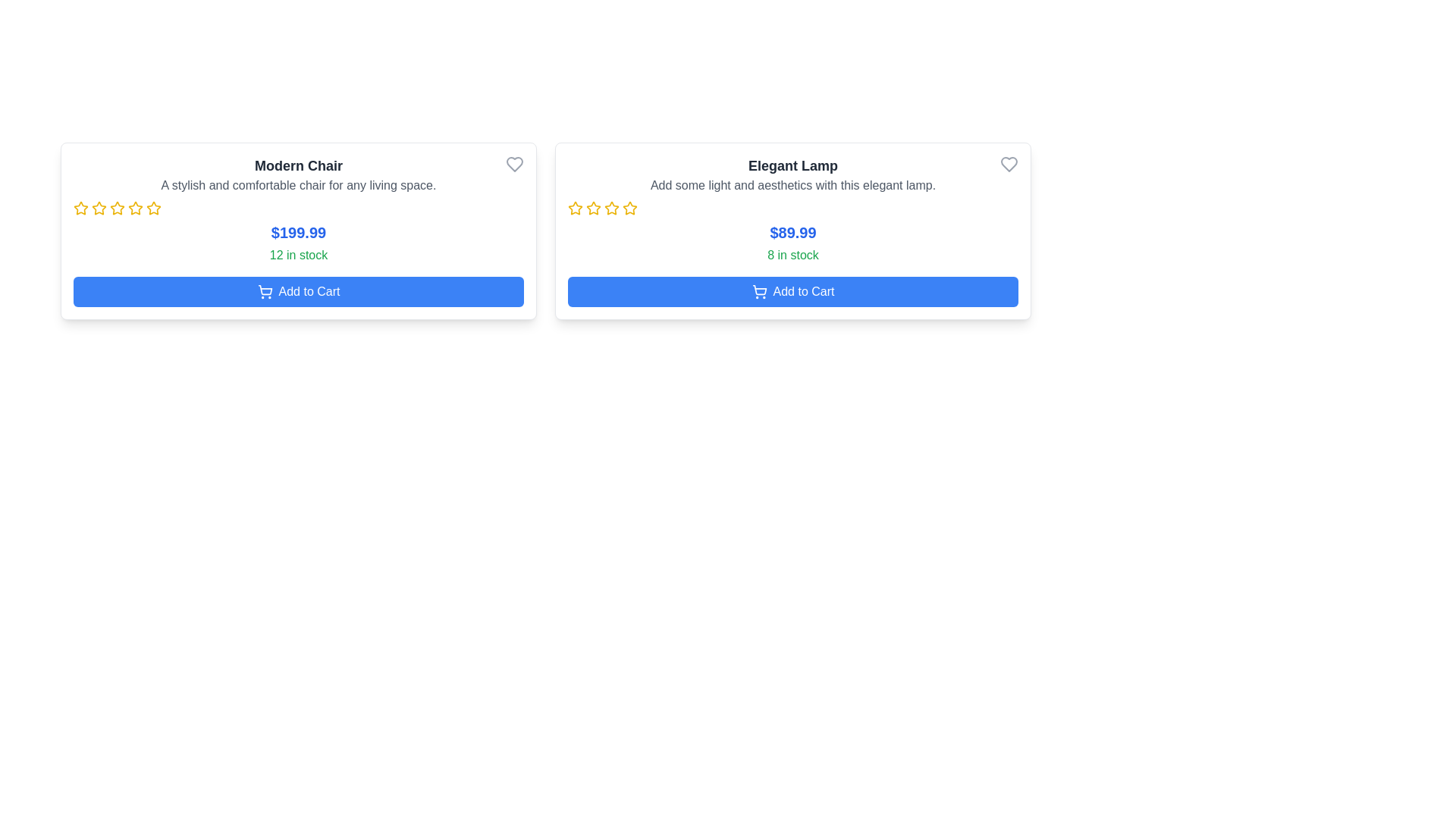  I want to click on the first yellow star in the rating system below the title 'Modern Chair', so click(80, 208).